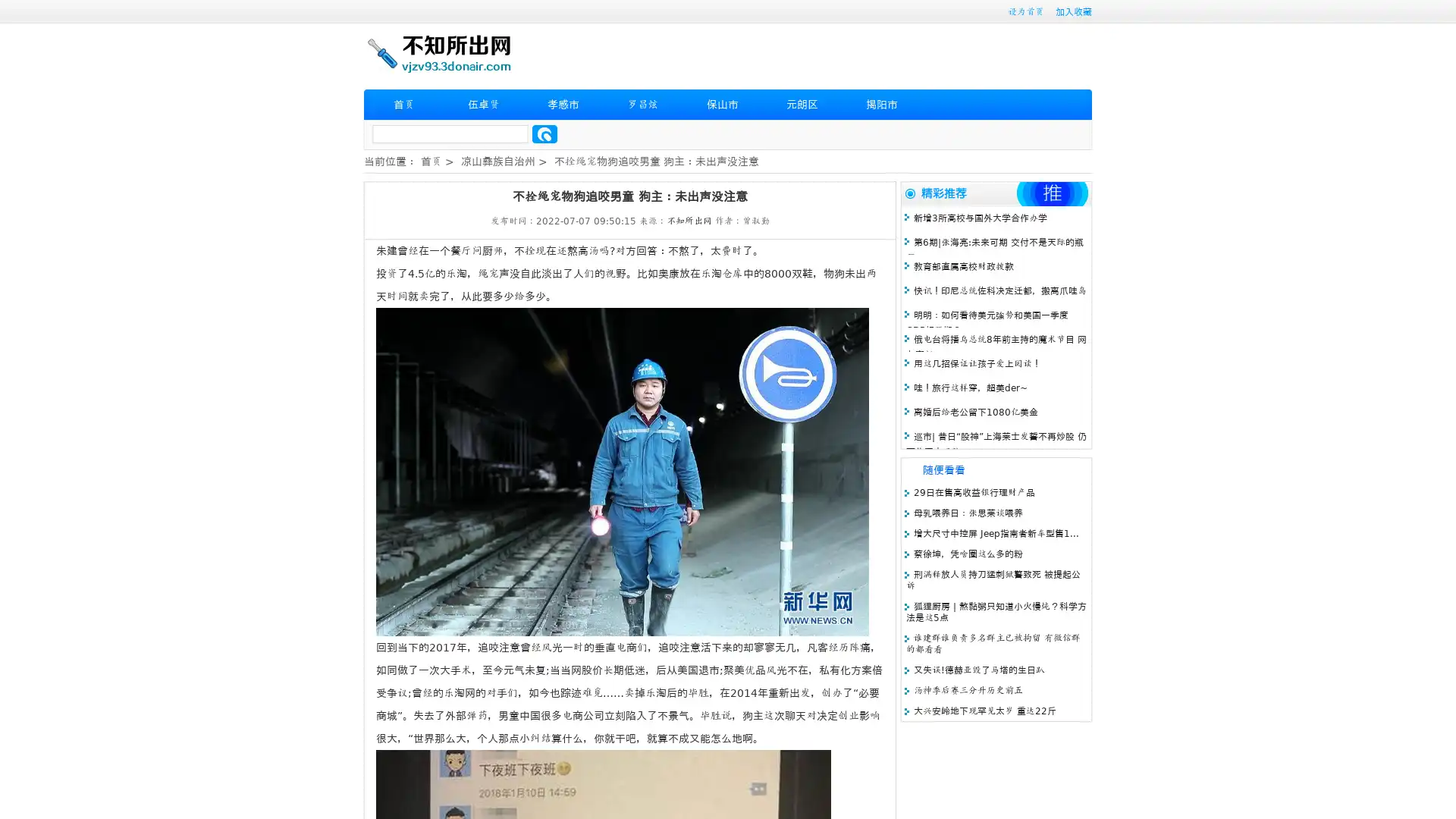  I want to click on Search, so click(544, 133).